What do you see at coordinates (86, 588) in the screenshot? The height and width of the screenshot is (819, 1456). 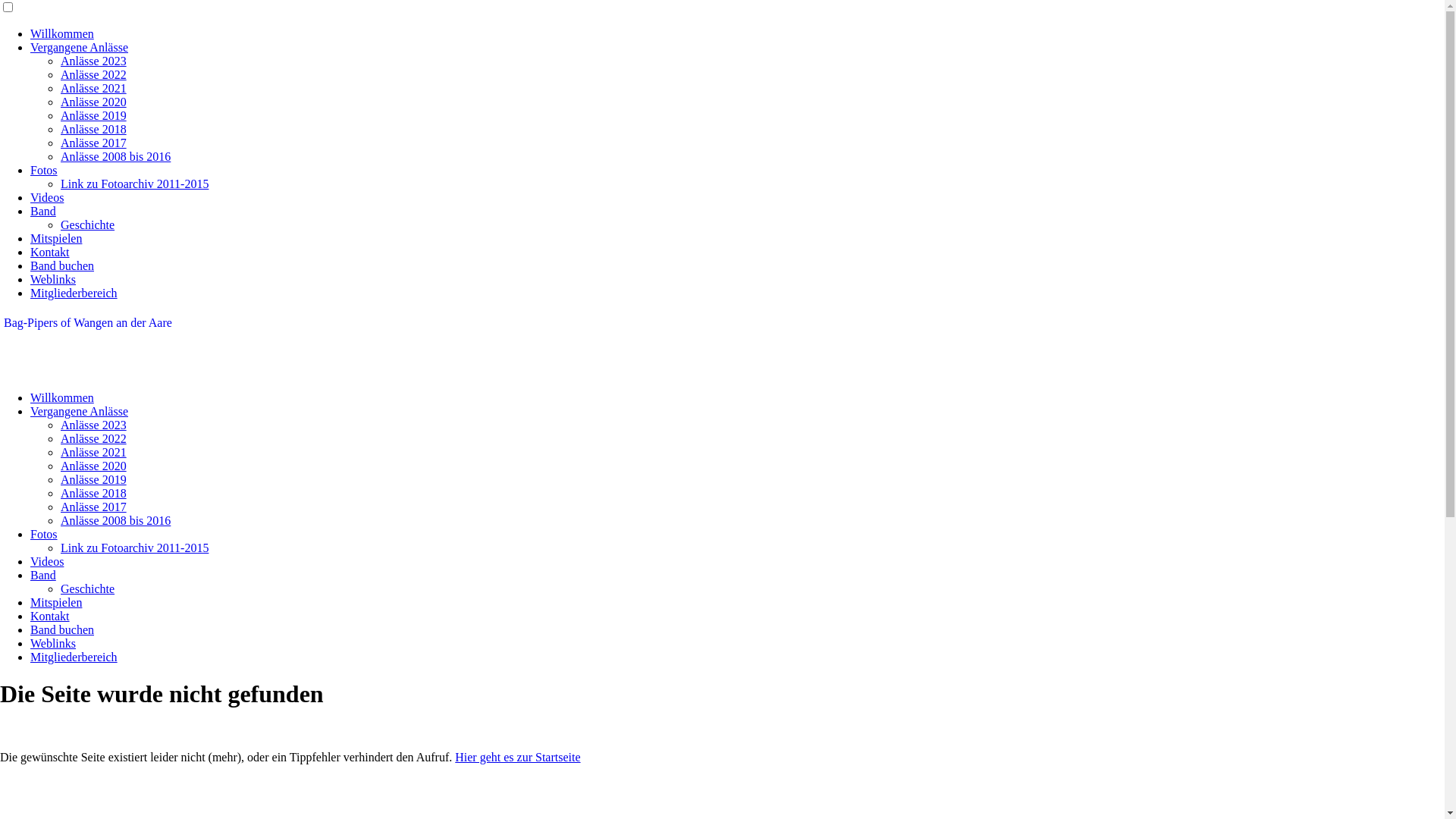 I see `'Geschichte'` at bounding box center [86, 588].